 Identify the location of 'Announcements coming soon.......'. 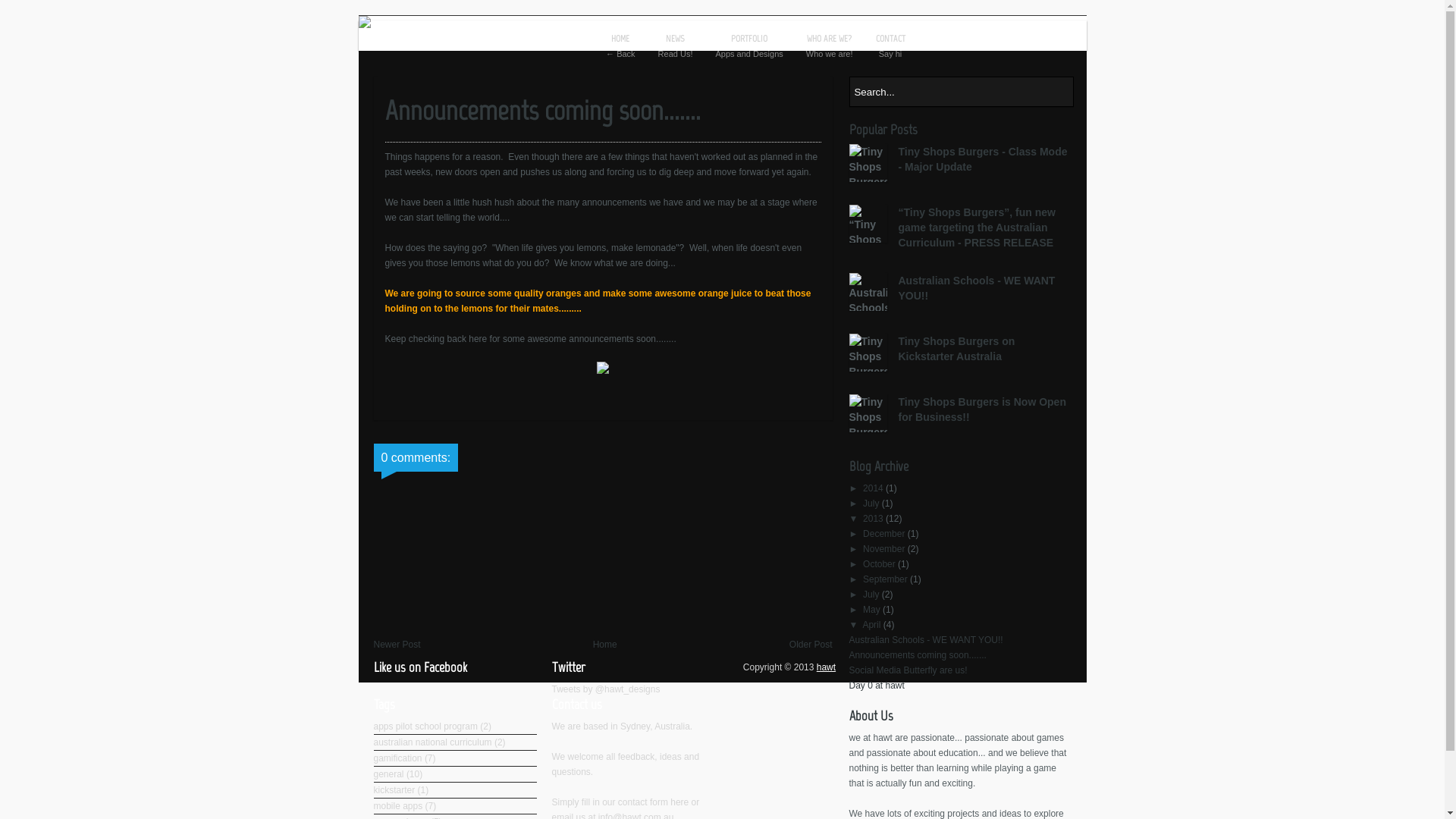
(917, 654).